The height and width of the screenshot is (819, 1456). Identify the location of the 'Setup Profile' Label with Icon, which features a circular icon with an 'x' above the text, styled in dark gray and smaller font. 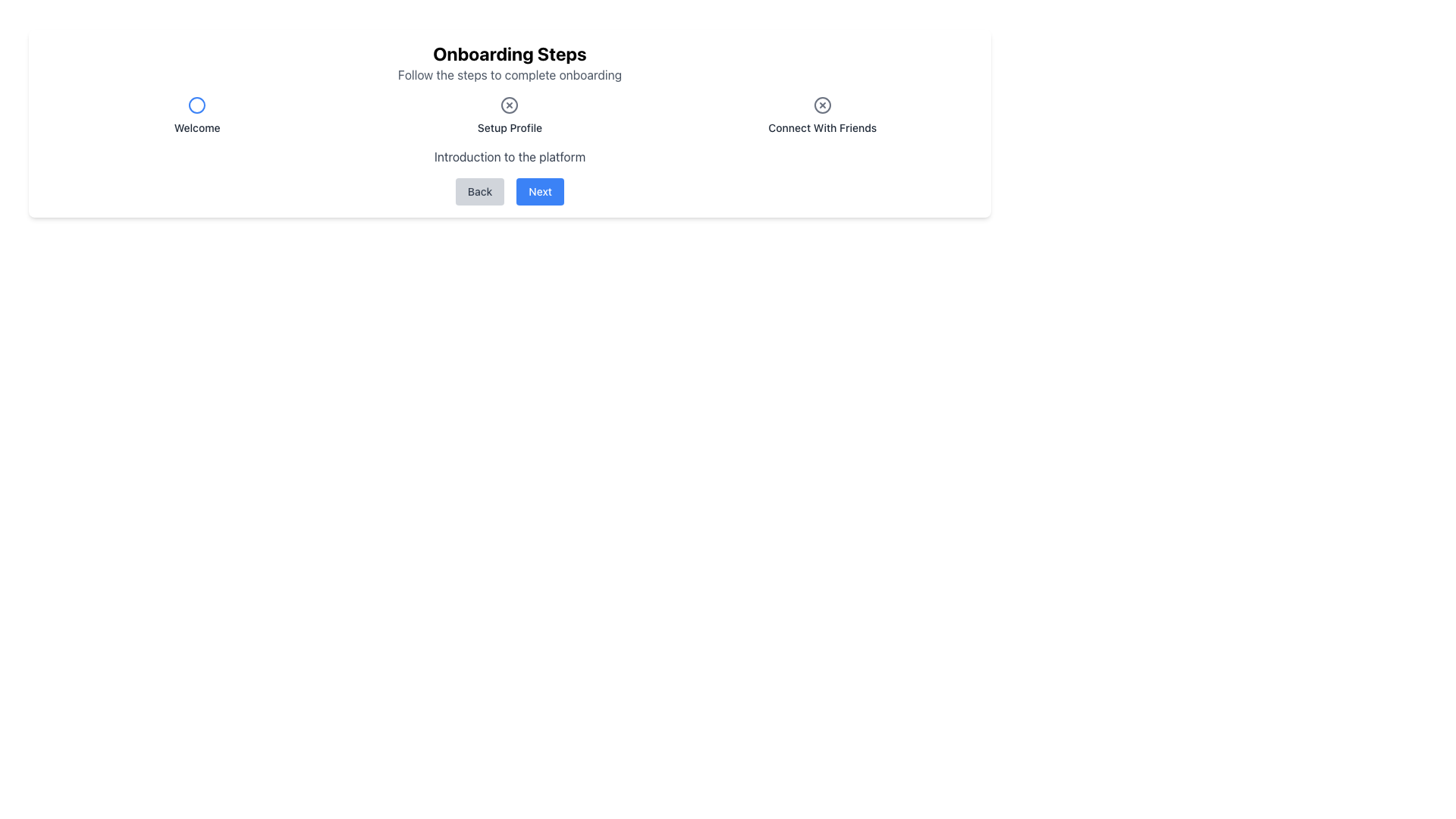
(510, 115).